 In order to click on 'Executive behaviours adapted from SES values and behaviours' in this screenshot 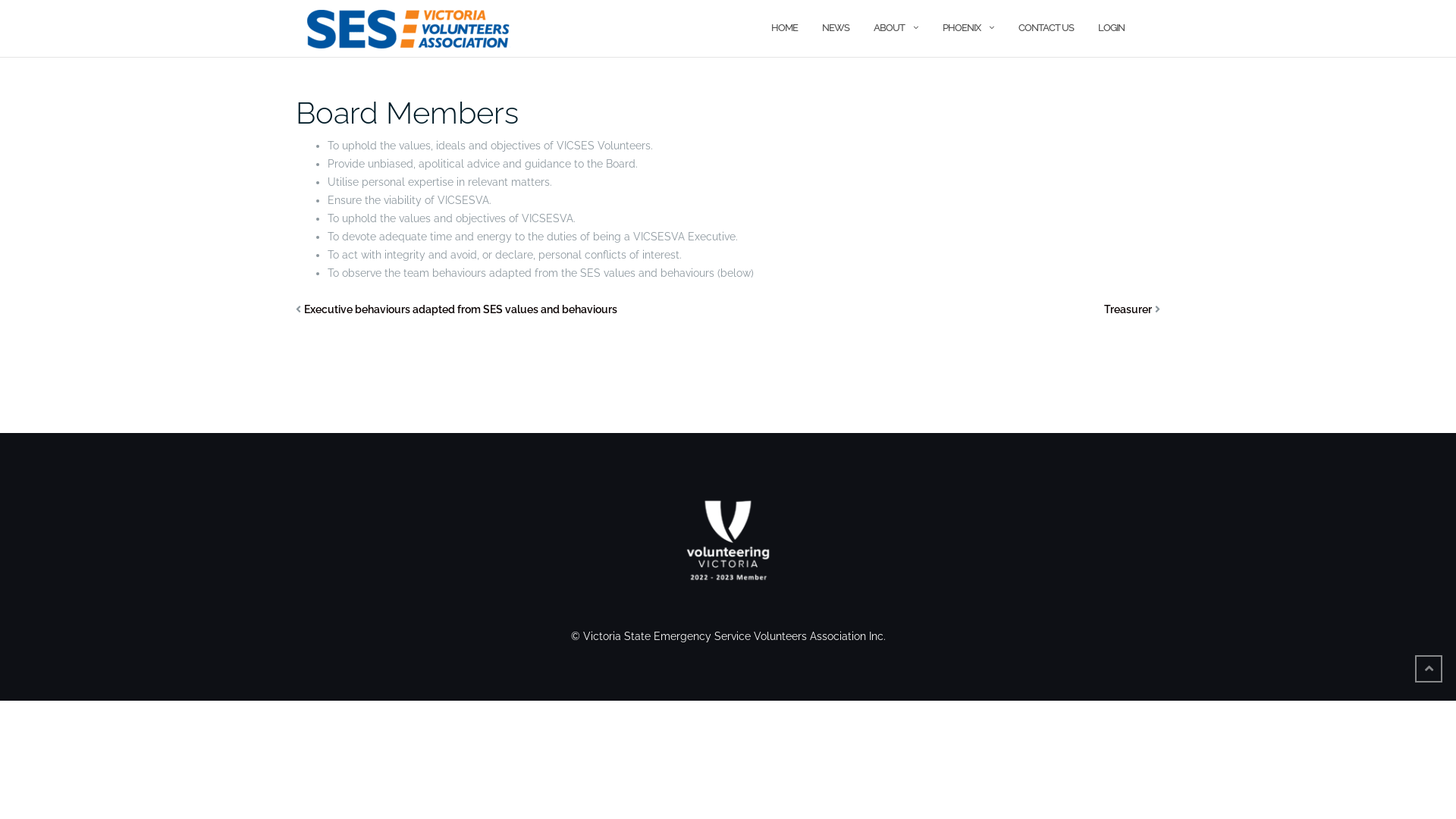, I will do `click(460, 309)`.